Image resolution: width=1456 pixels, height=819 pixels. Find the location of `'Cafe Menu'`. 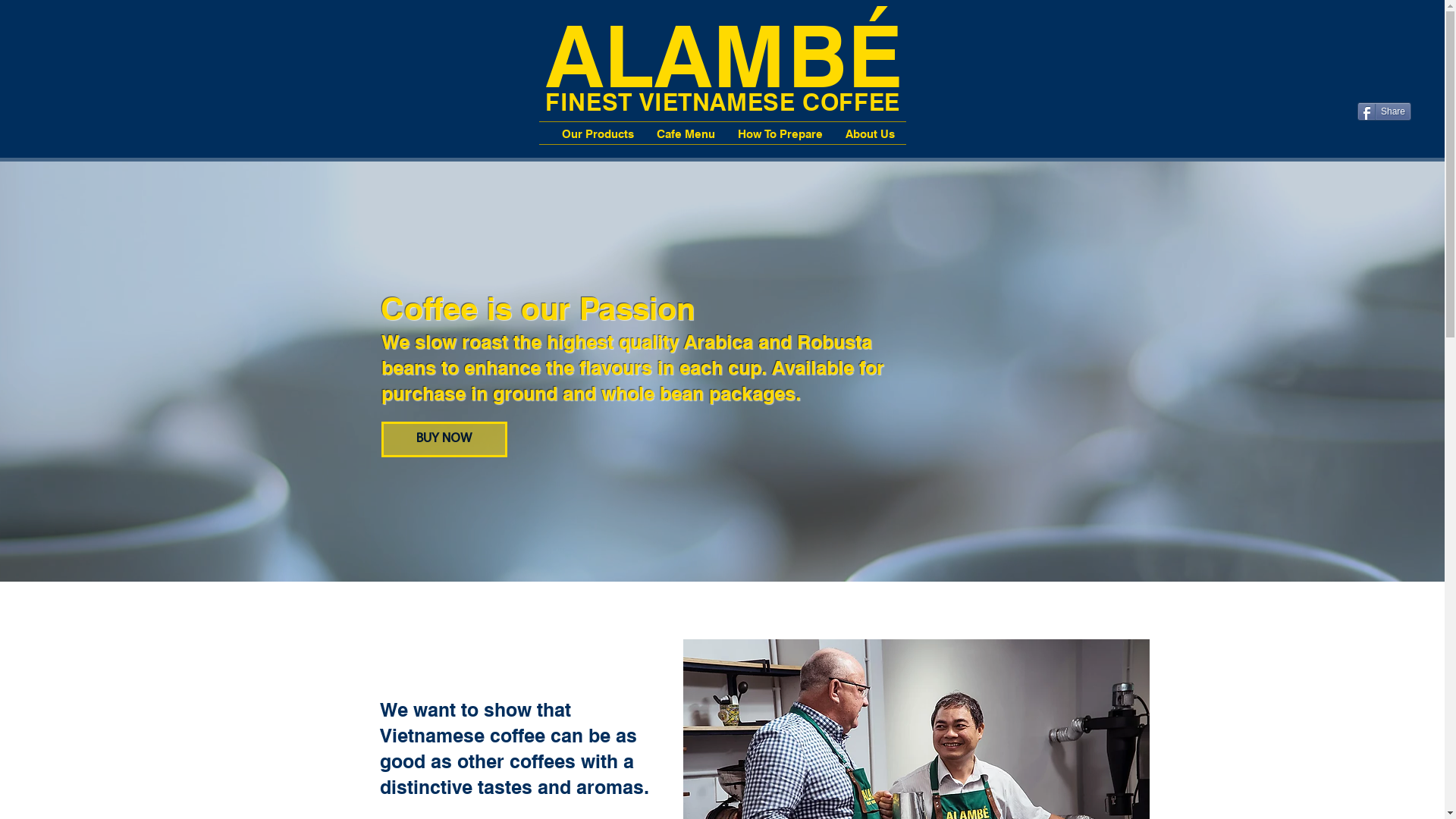

'Cafe Menu' is located at coordinates (684, 131).